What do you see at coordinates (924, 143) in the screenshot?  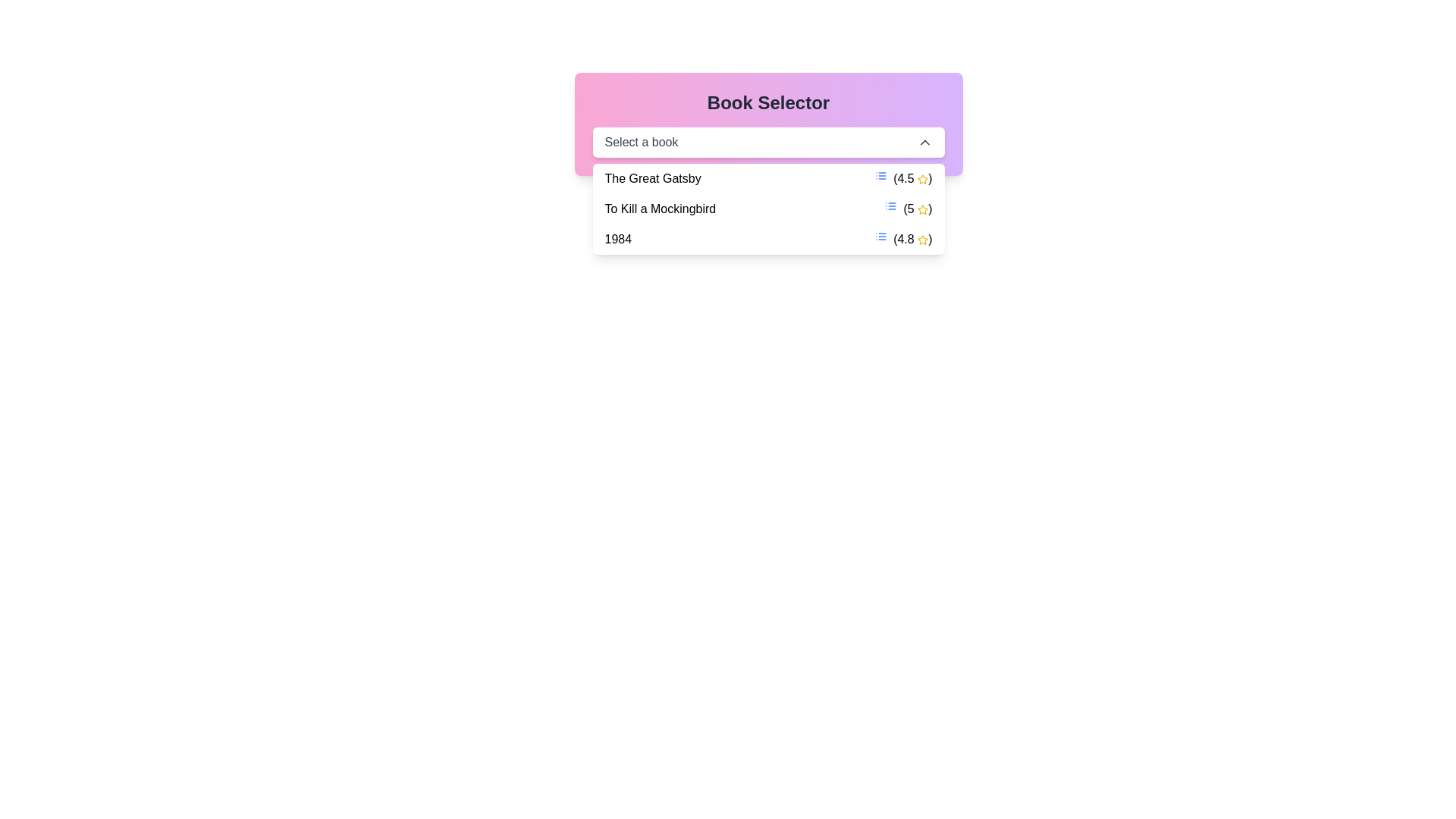 I see `the upward-pointing chevron icon button located at the far right of the 'Select a book' drop-down selector` at bounding box center [924, 143].